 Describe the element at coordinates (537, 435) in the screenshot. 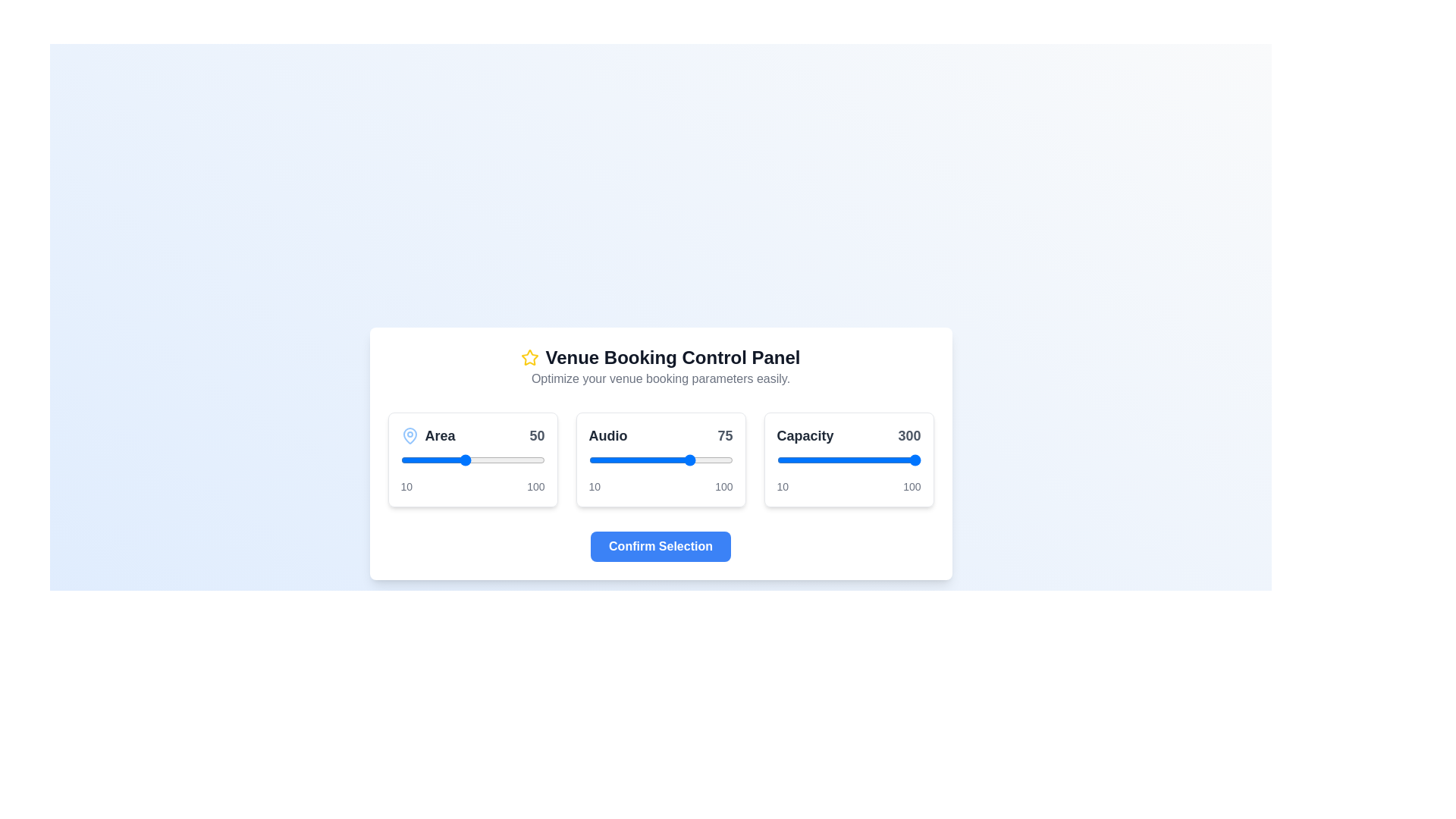

I see `the small gray text label displaying the number '50', which is positioned to the right of the 'Area' label` at that location.